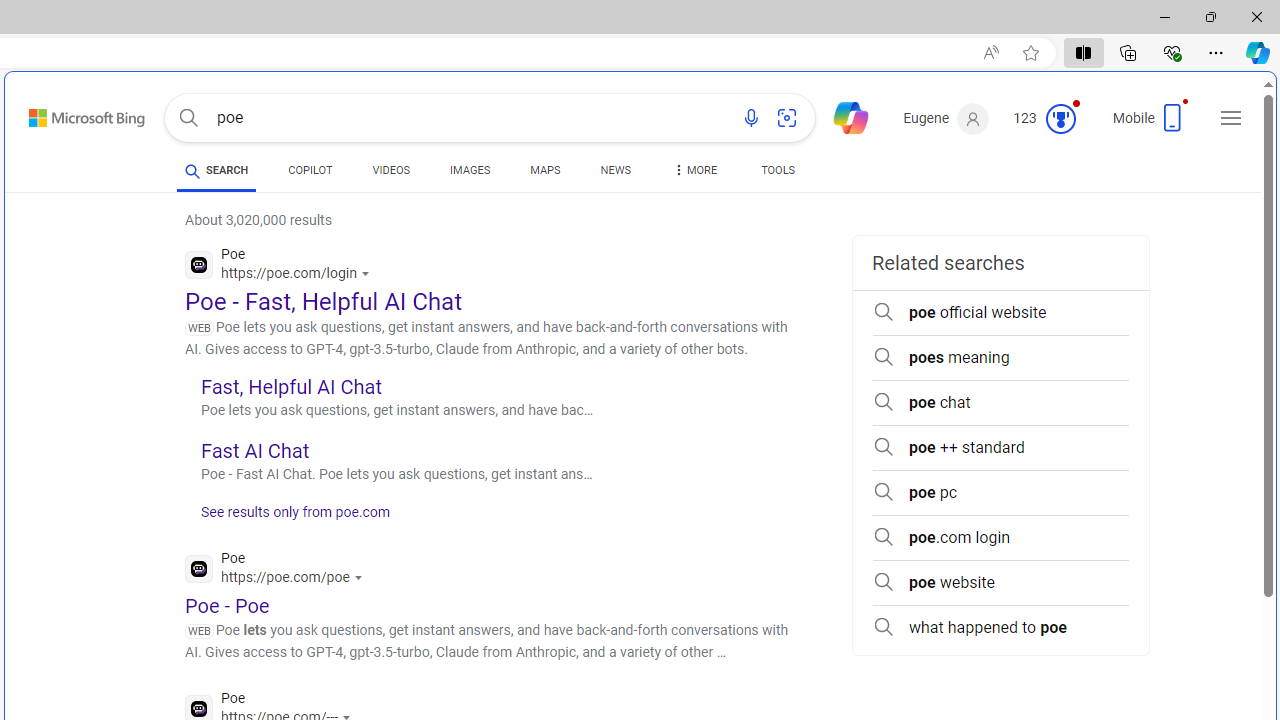 The width and height of the screenshot is (1280, 720). What do you see at coordinates (360, 577) in the screenshot?
I see `'Actions for this site'` at bounding box center [360, 577].